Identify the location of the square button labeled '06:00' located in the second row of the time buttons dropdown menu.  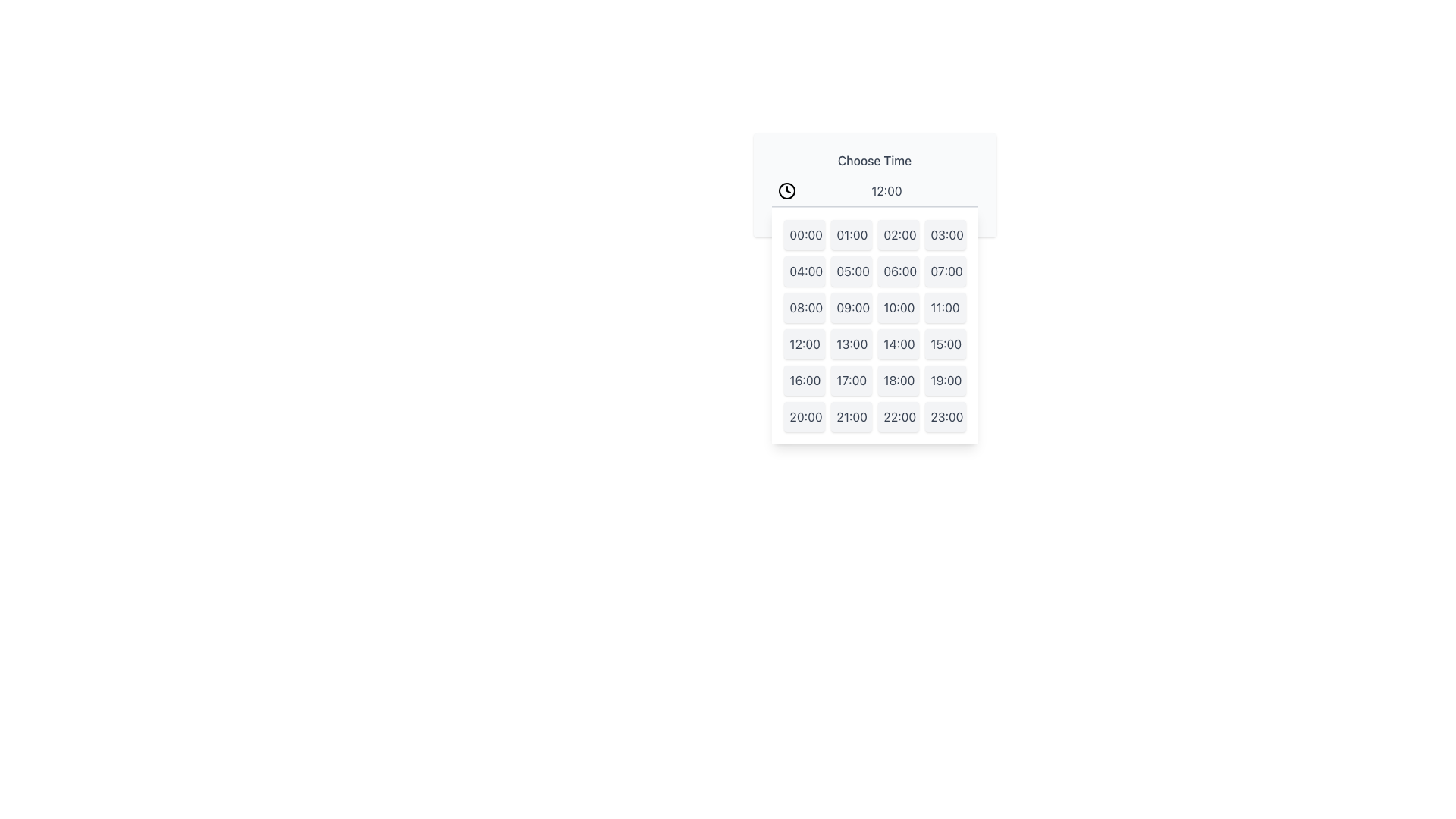
(898, 271).